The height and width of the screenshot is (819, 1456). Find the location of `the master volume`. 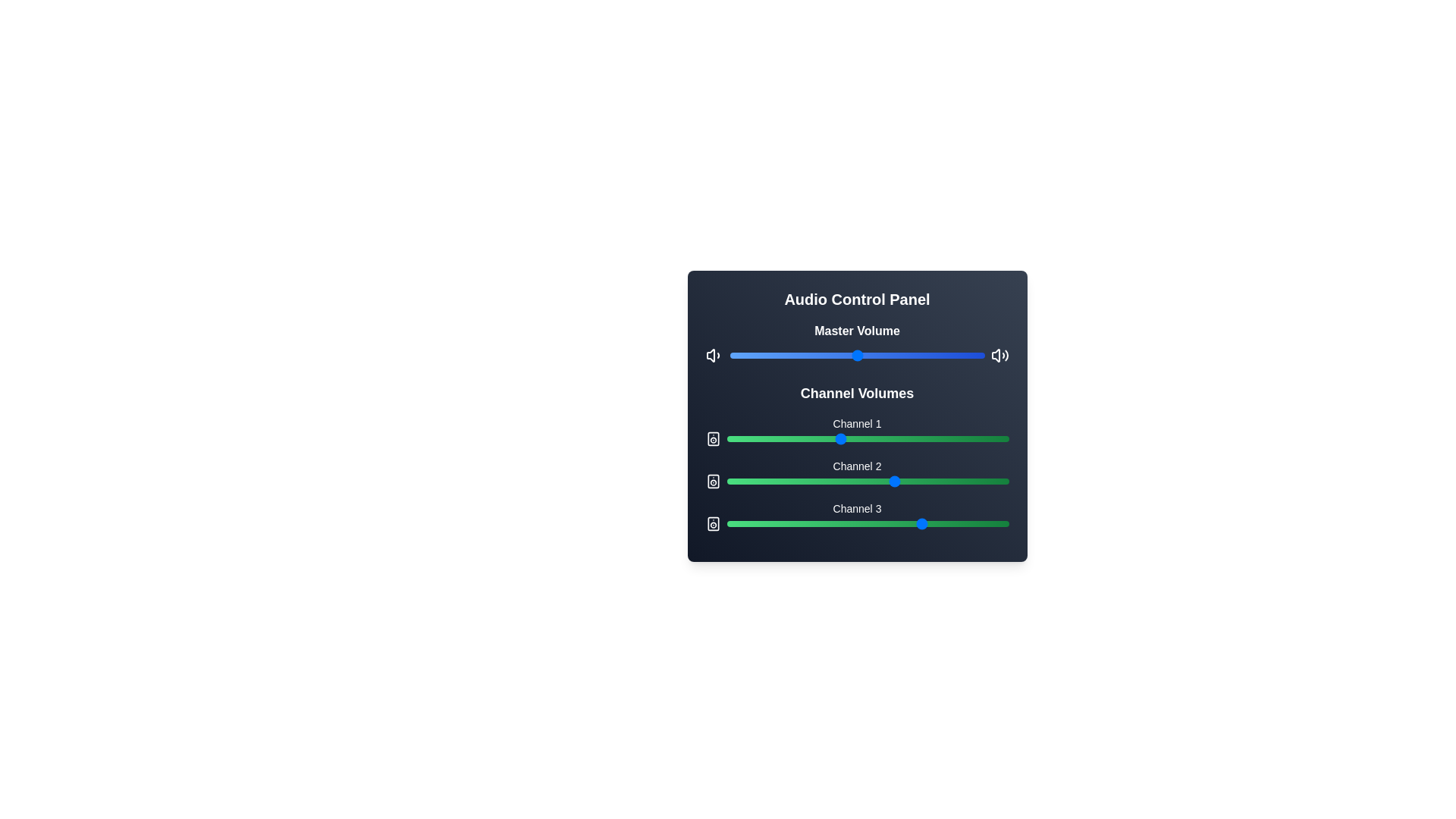

the master volume is located at coordinates (935, 356).